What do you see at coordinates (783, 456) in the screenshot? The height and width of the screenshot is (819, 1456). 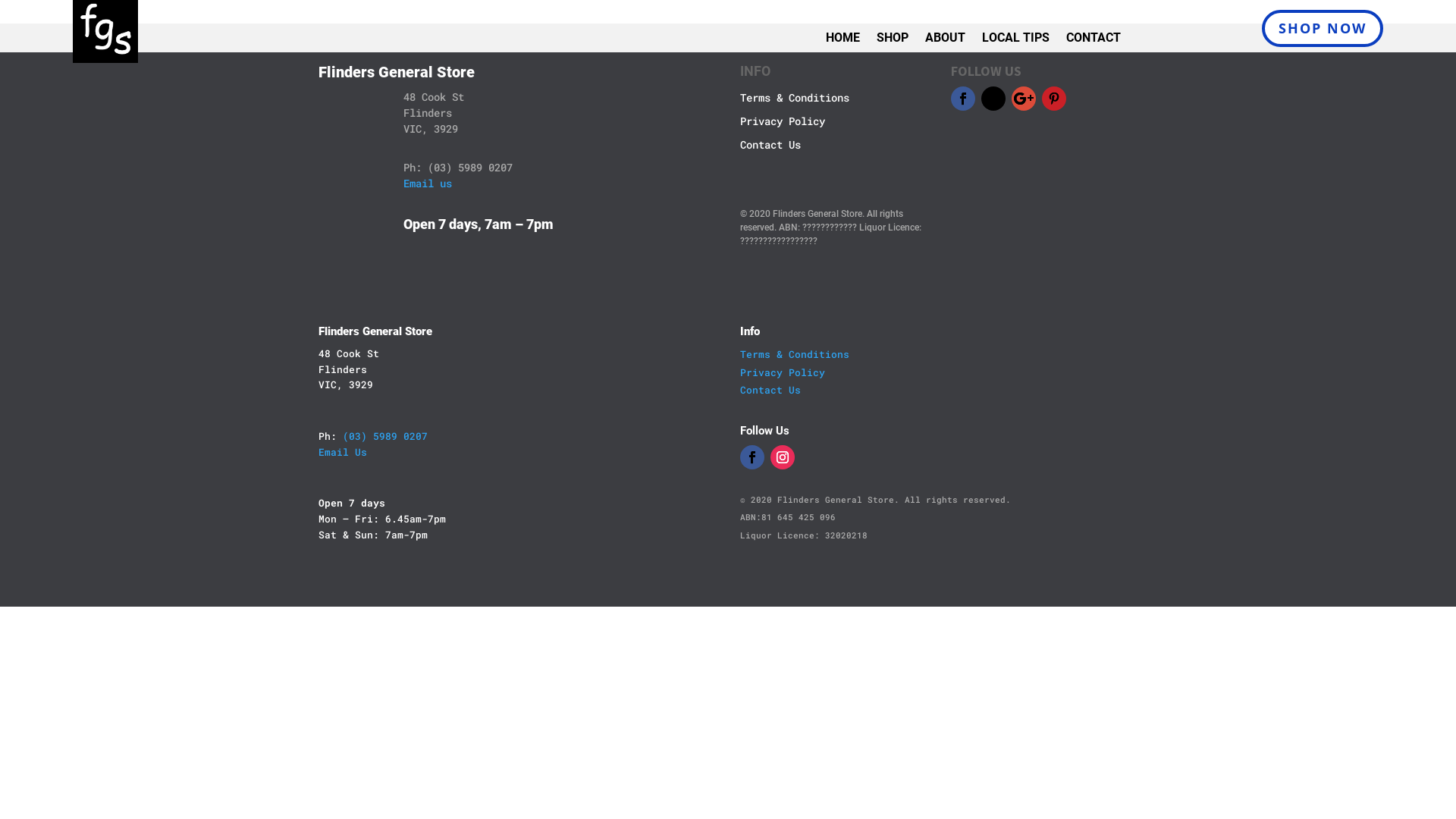 I see `'Follow on Instagram'` at bounding box center [783, 456].